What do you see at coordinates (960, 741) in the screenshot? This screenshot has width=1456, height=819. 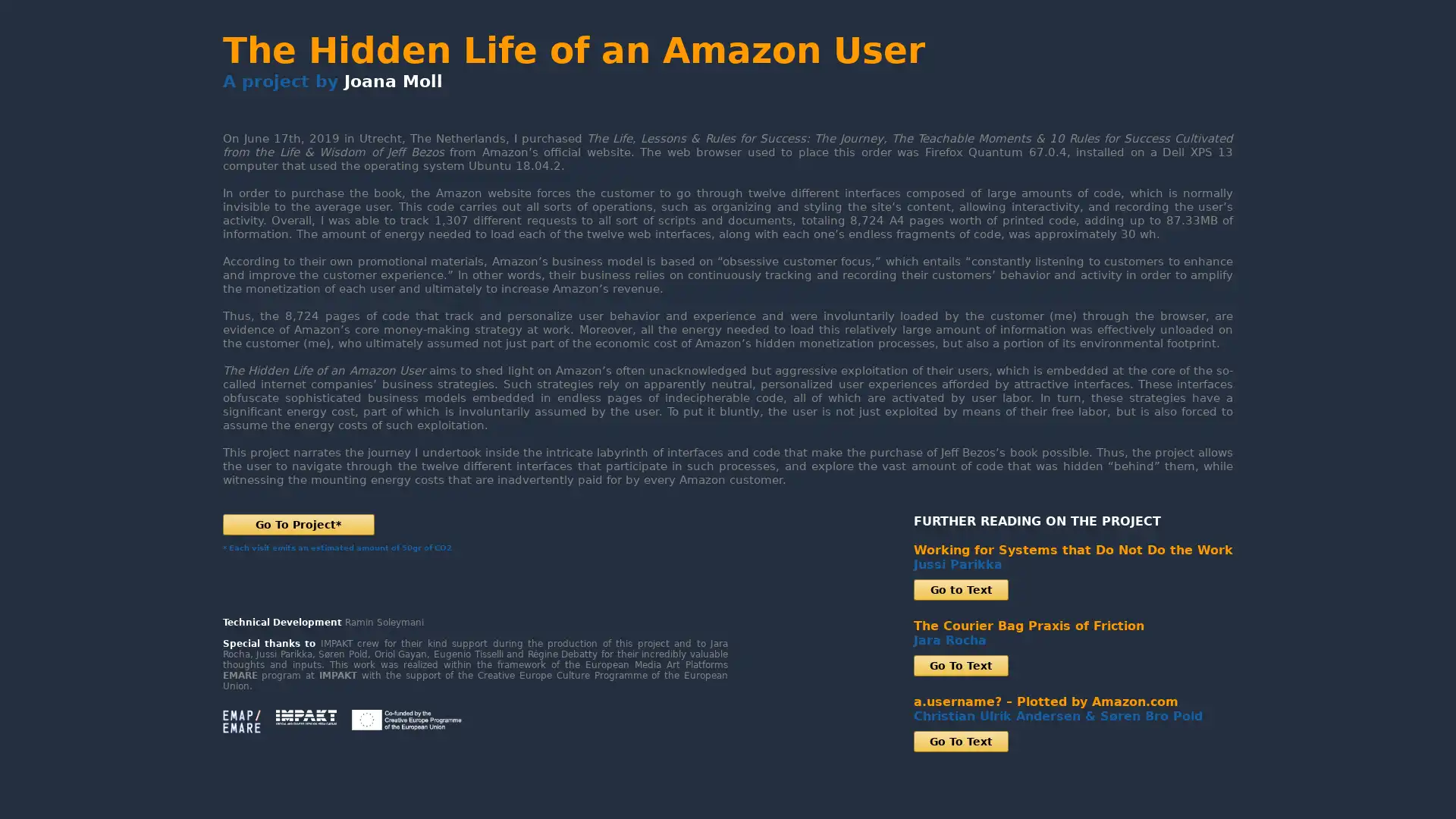 I see `Go To Text` at bounding box center [960, 741].